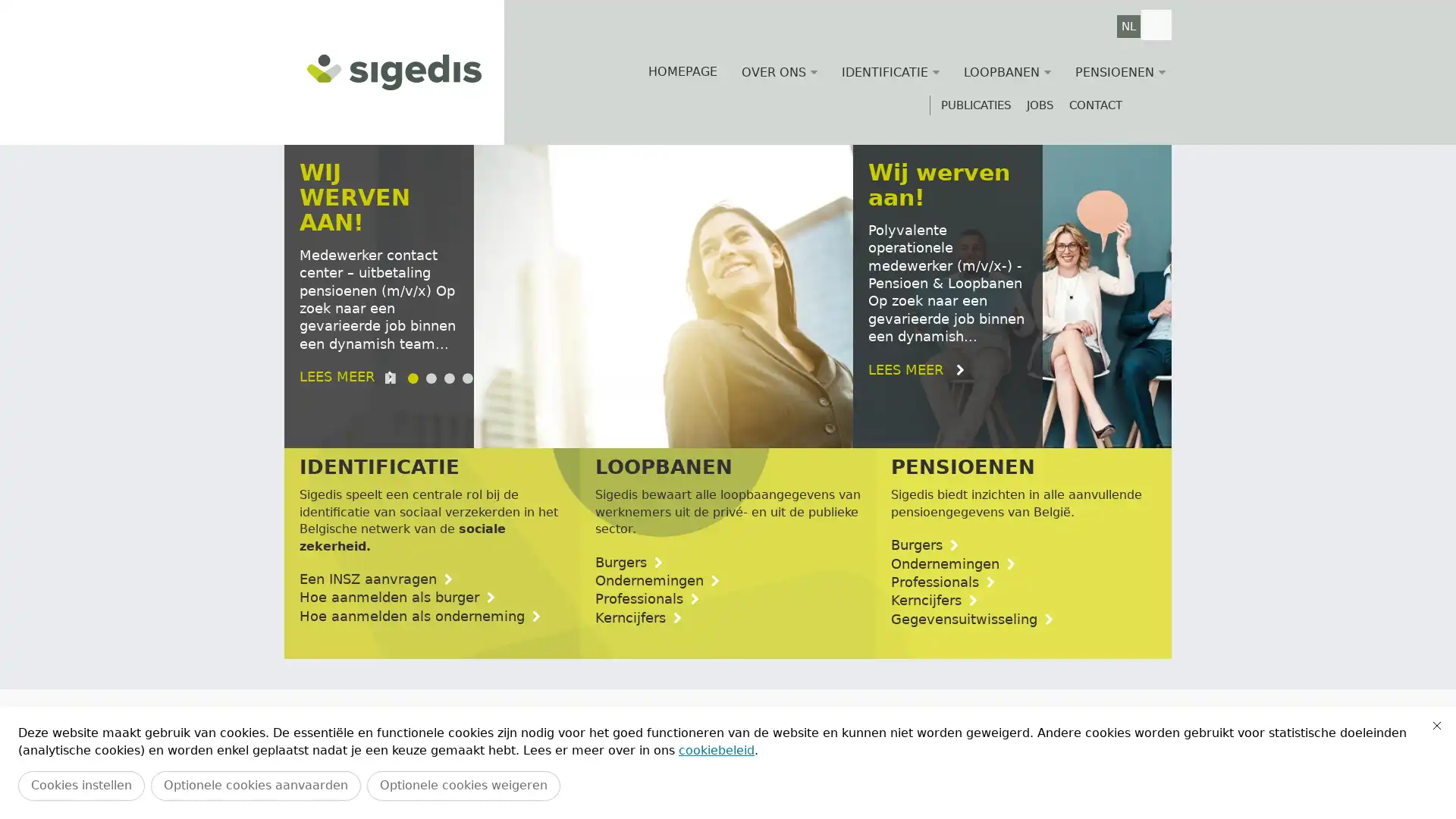 This screenshot has width=1456, height=819. What do you see at coordinates (1436, 724) in the screenshot?
I see `Sluiten` at bounding box center [1436, 724].